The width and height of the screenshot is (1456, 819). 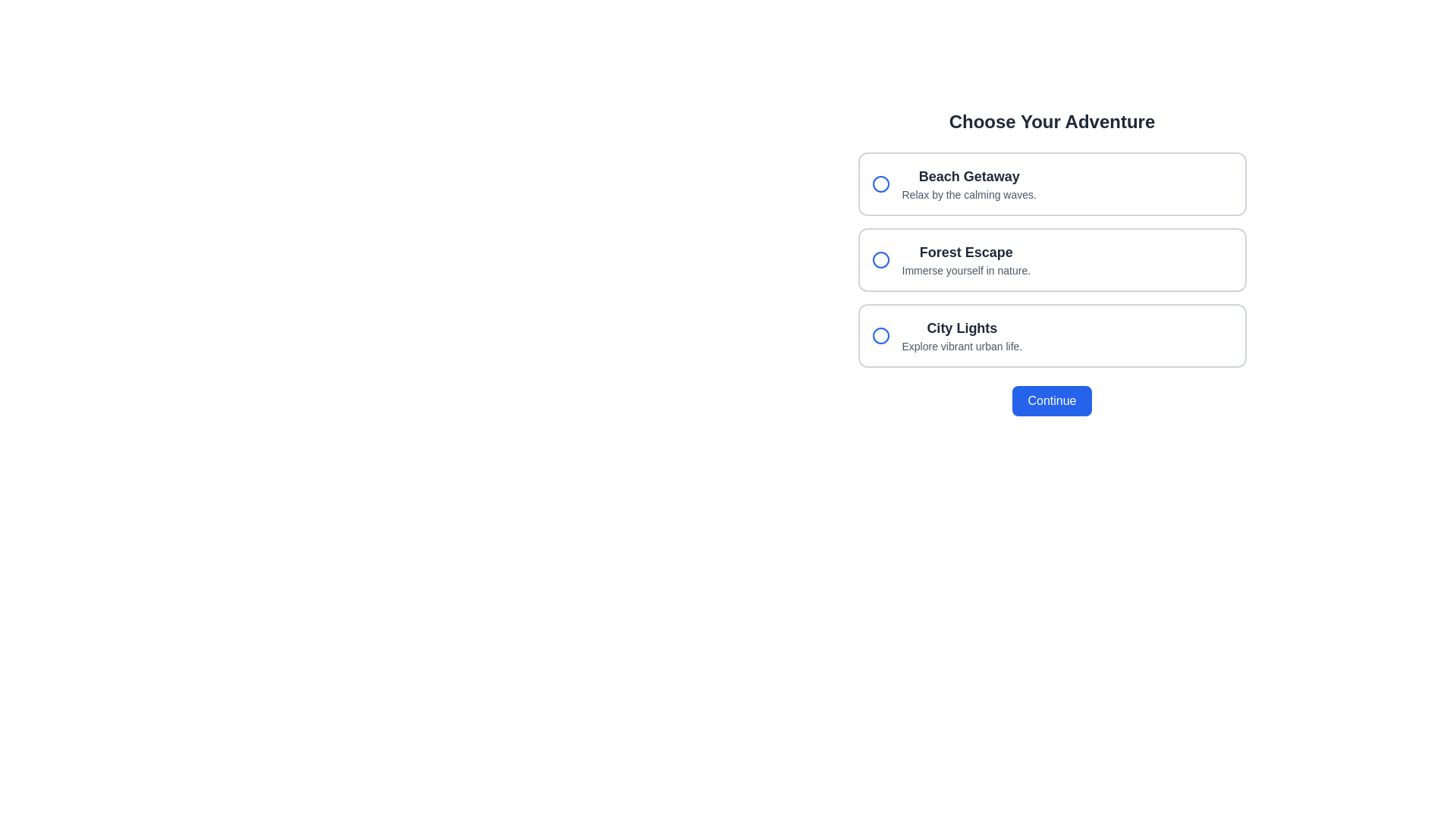 What do you see at coordinates (1051, 335) in the screenshot?
I see `the third radio button list item labeled 'City Lights'` at bounding box center [1051, 335].